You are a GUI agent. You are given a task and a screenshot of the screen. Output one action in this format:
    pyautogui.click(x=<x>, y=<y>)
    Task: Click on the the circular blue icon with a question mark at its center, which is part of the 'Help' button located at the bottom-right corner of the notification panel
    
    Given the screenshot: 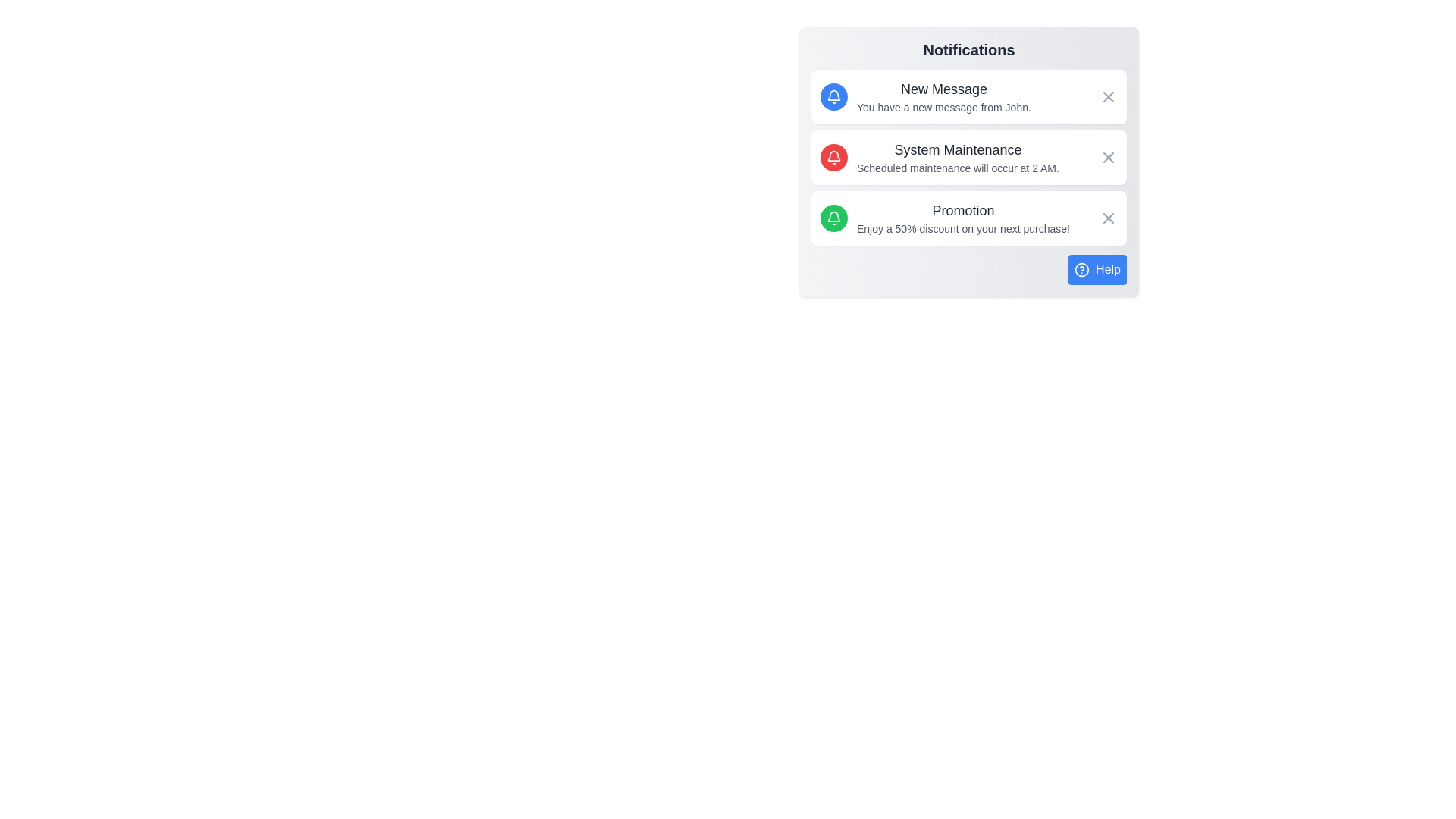 What is the action you would take?
    pyautogui.click(x=1081, y=268)
    